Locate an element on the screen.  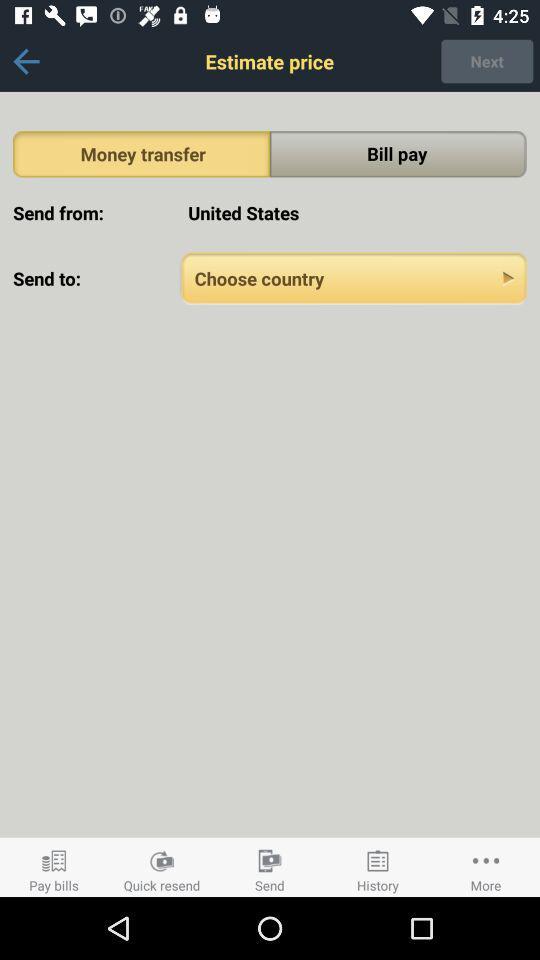
the item above the send from: is located at coordinates (140, 153).